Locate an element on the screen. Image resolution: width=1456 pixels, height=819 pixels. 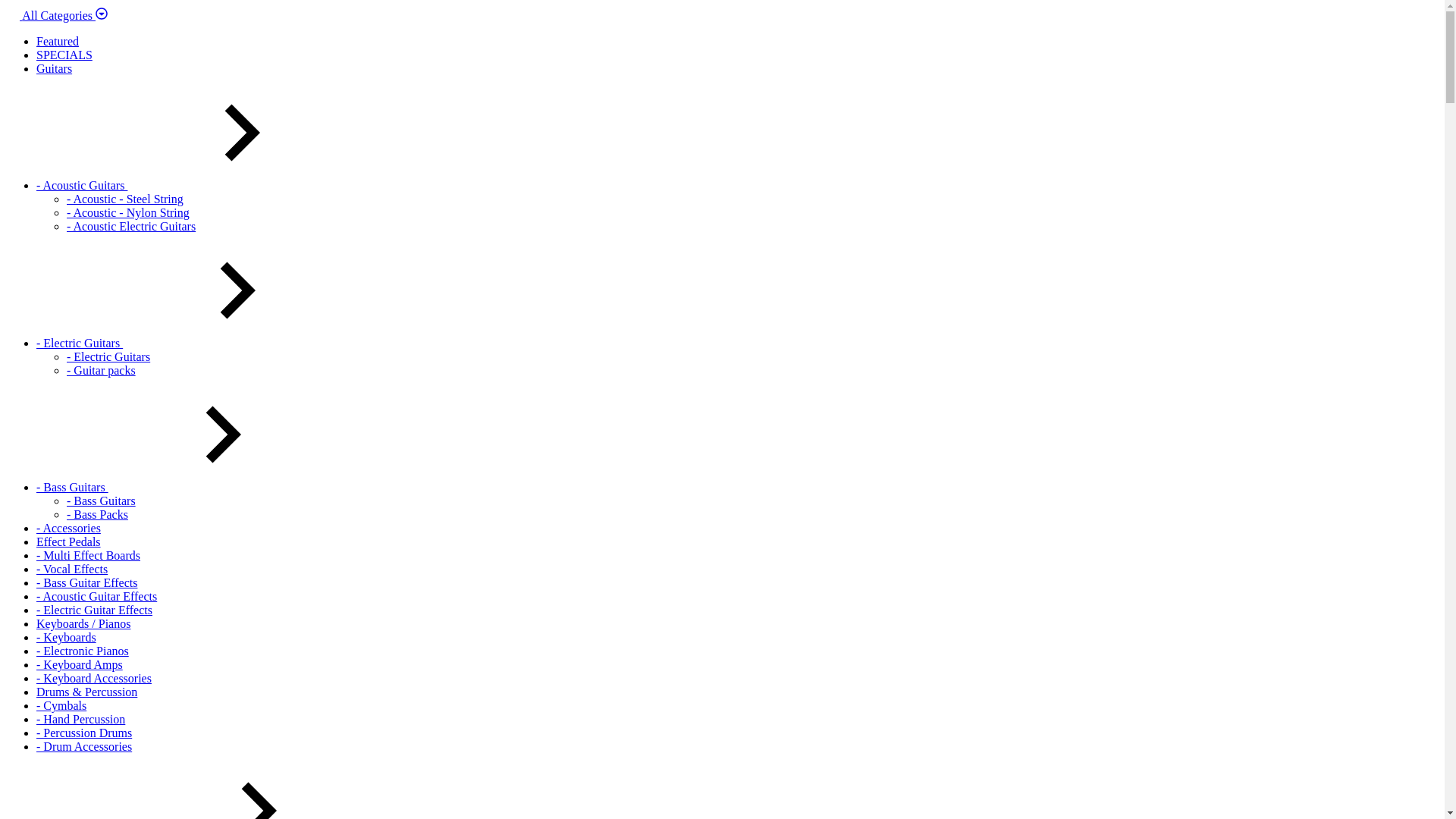
'- Keyboard Accessories' is located at coordinates (93, 677).